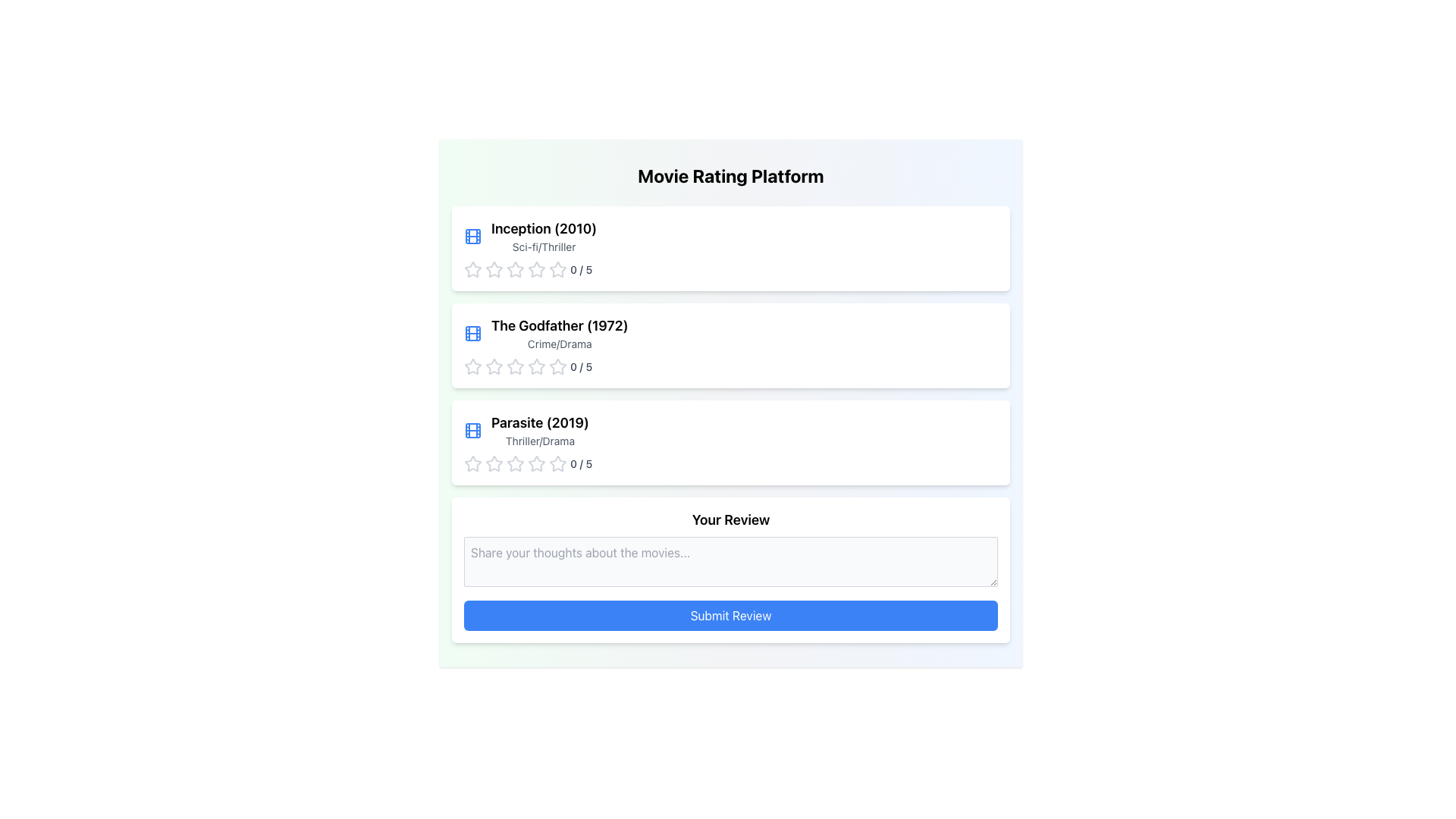  What do you see at coordinates (516, 366) in the screenshot?
I see `the fourth star icon in the rating bar below 'The Godfather (1972)' movie title` at bounding box center [516, 366].